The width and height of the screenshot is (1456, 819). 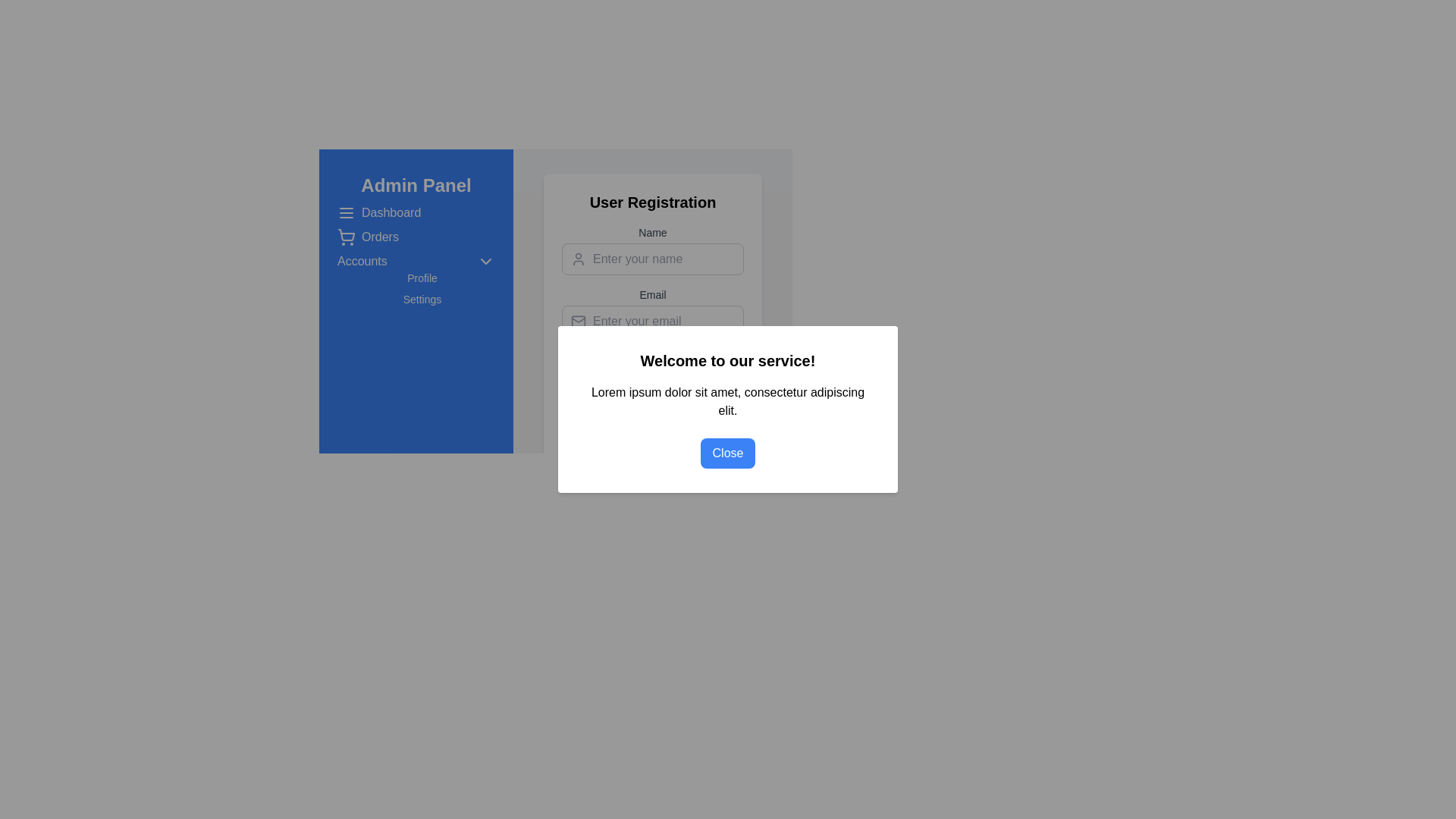 What do you see at coordinates (652, 201) in the screenshot?
I see `the Text Header that serves as the title for the registration form, providing context about the form's purpose` at bounding box center [652, 201].